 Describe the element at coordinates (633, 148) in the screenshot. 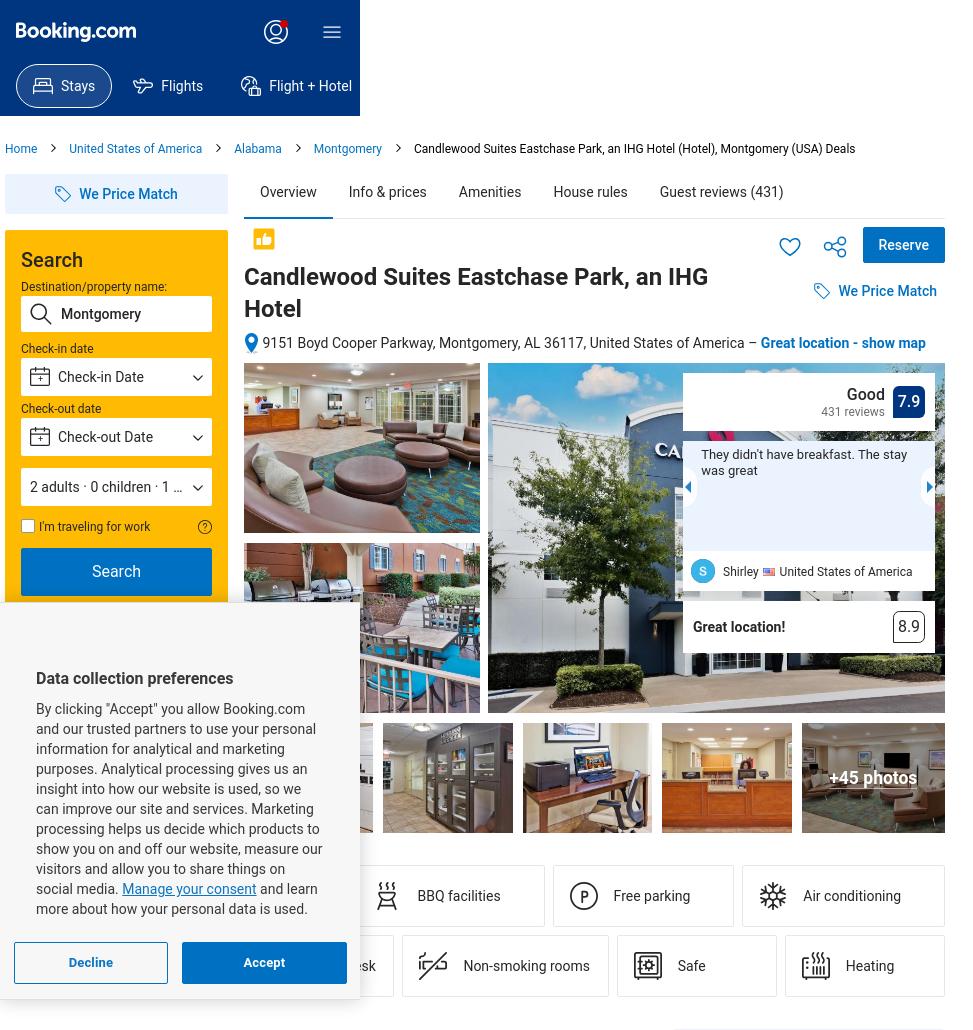

I see `'Candlewood Suites Eastchase Park, an IHG Hotel (Hotel), Montgomery (USA) Deals'` at that location.